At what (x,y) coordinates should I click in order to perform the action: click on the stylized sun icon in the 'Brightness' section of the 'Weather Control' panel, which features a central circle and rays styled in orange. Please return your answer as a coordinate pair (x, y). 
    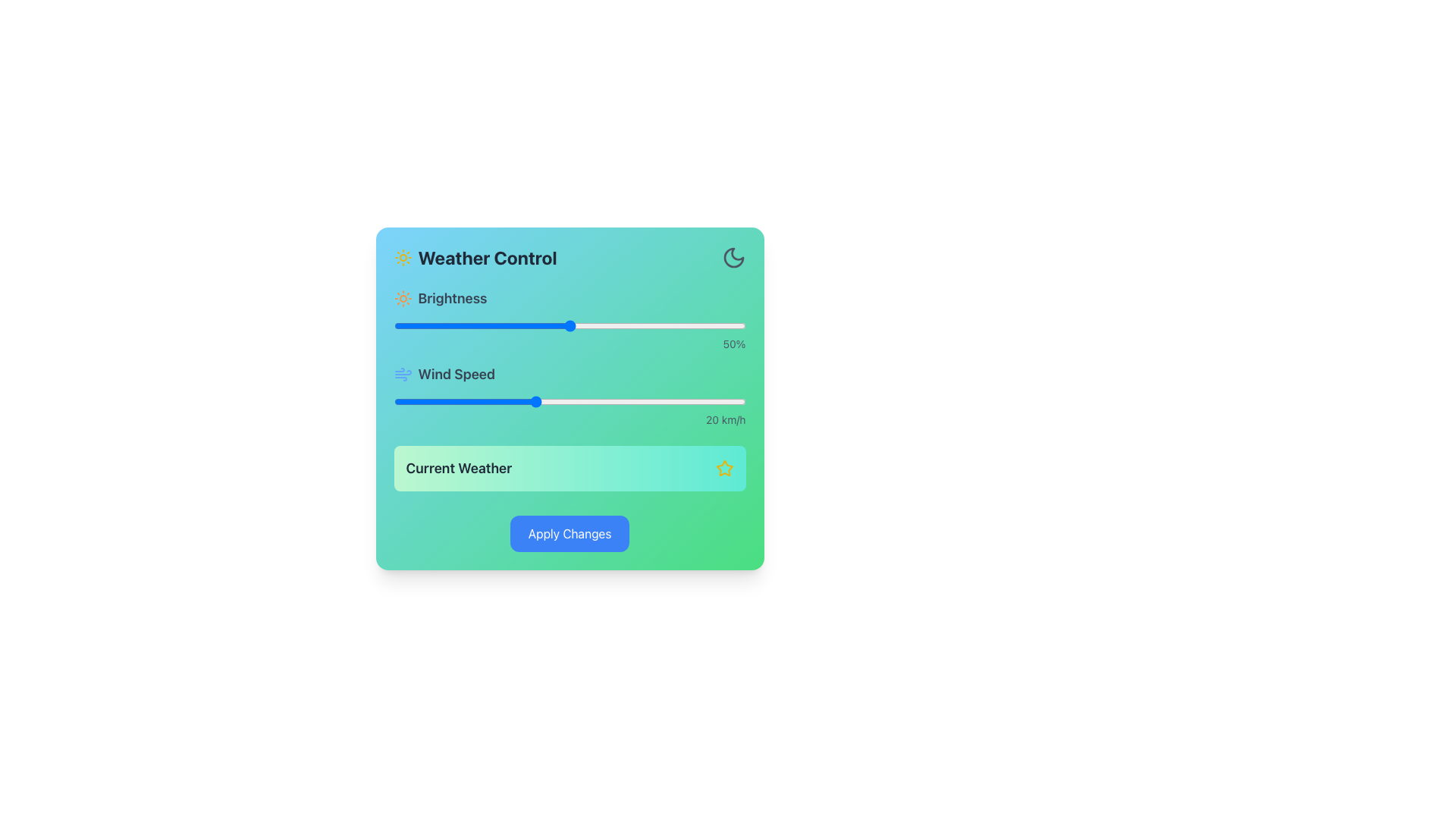
    Looking at the image, I should click on (403, 298).